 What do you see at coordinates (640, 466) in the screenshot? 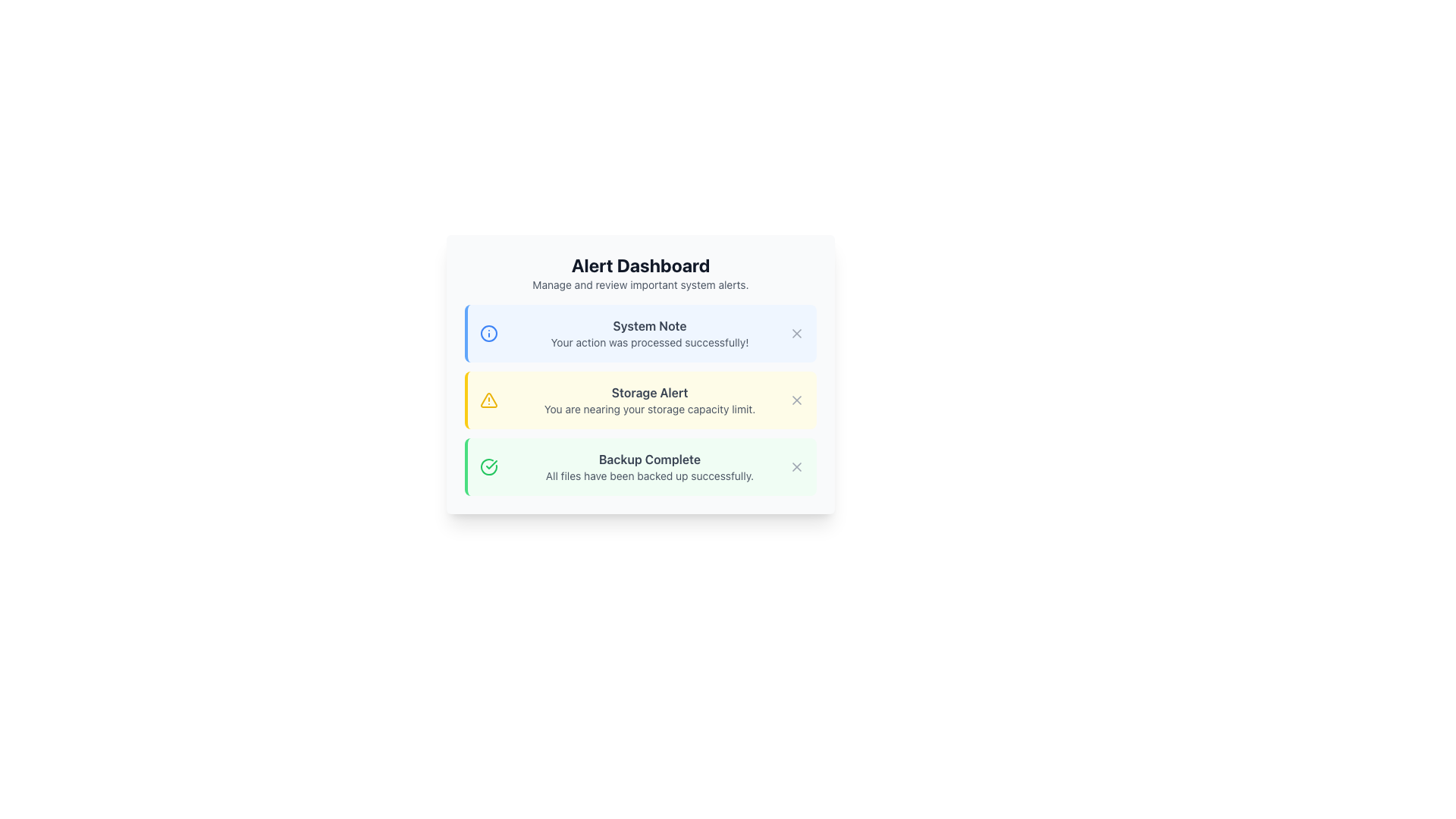
I see `the informational notification card indicating that a backup process has successfully completed, which is the third notification in the list` at bounding box center [640, 466].